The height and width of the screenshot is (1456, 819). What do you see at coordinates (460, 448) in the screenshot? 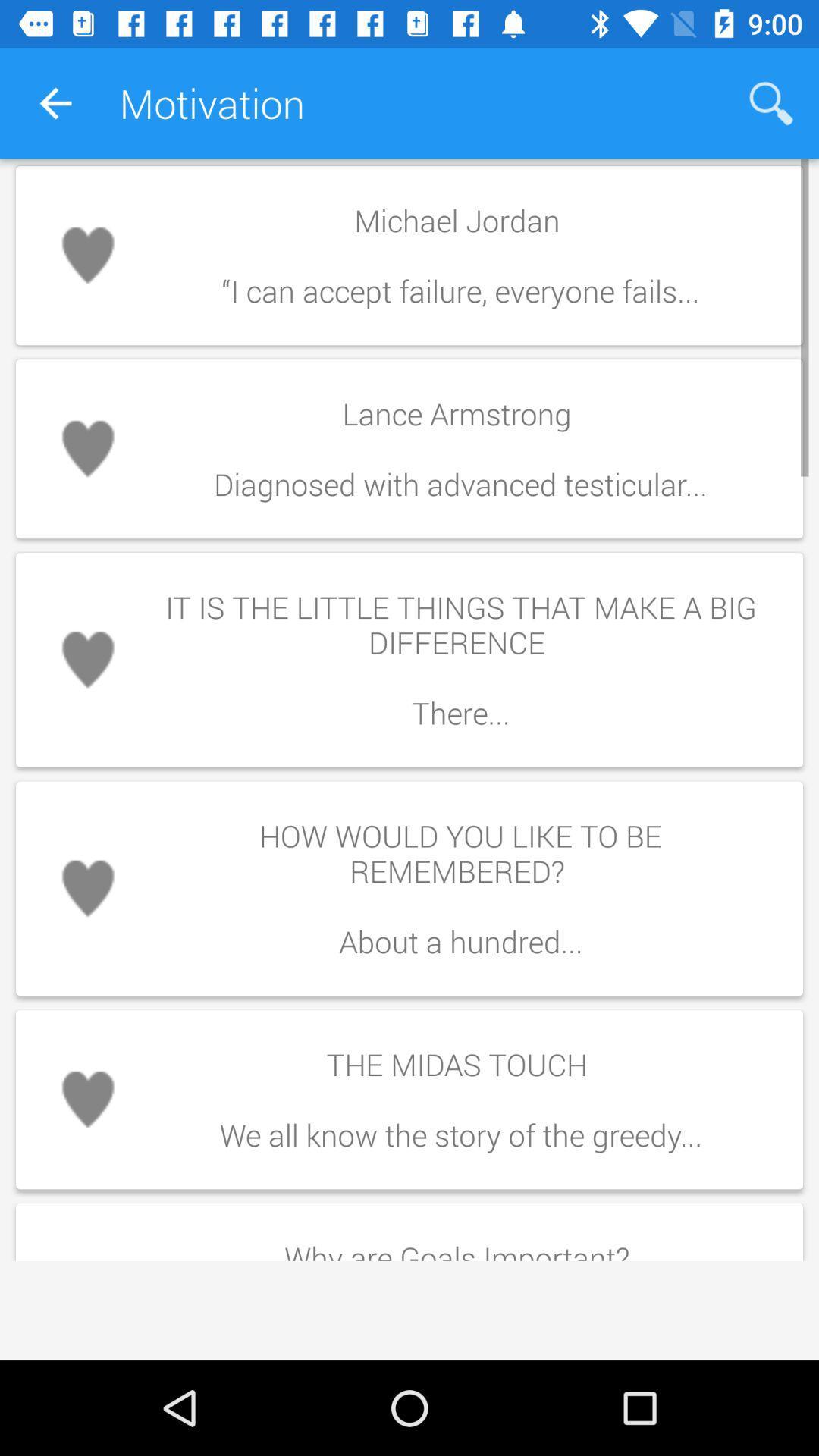
I see `the item below michael jordan  item` at bounding box center [460, 448].